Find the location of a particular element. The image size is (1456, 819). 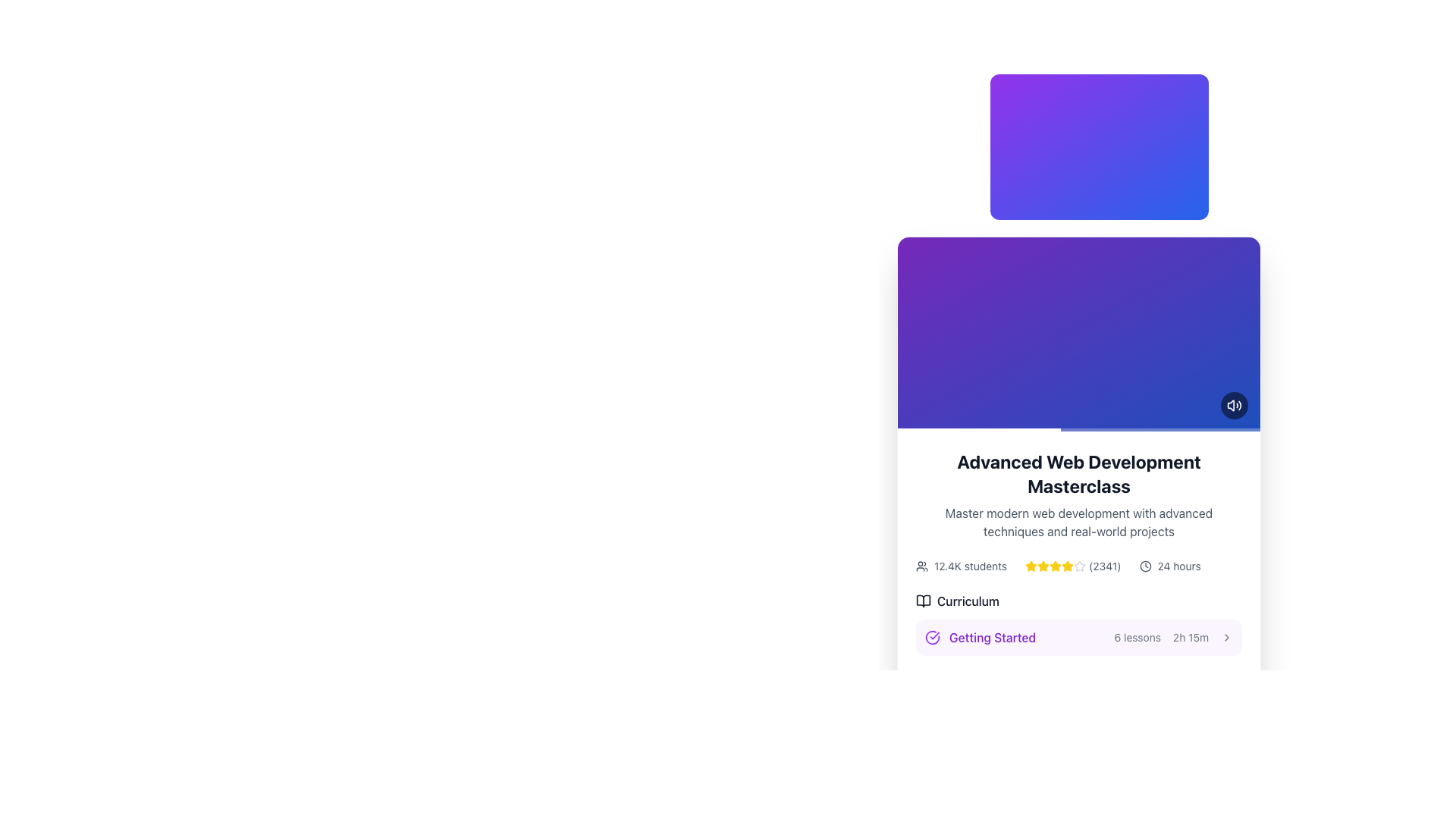

the right-facing chevron arrow icon next to the text '2h 15m' is located at coordinates (1226, 637).